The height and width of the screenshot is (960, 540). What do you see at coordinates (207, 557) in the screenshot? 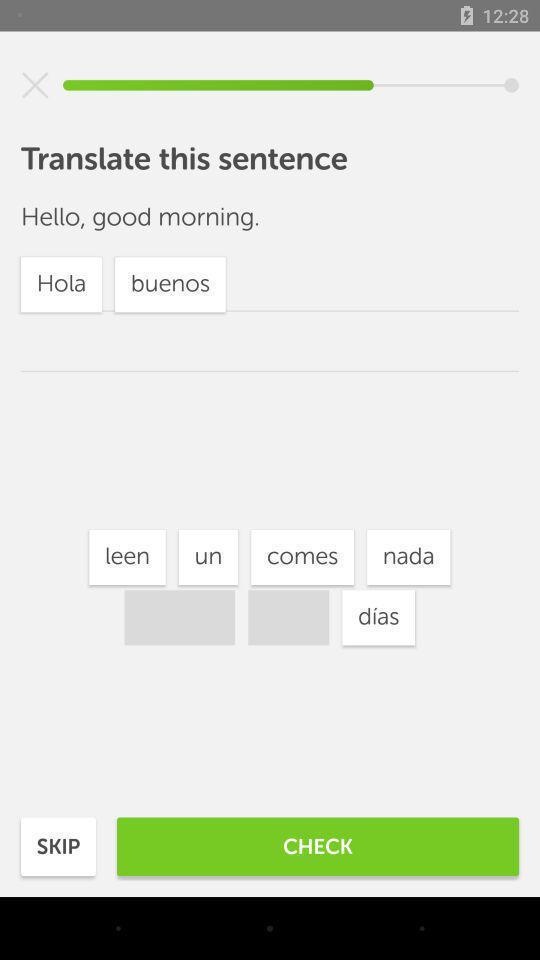
I see `item to the left of hola icon` at bounding box center [207, 557].